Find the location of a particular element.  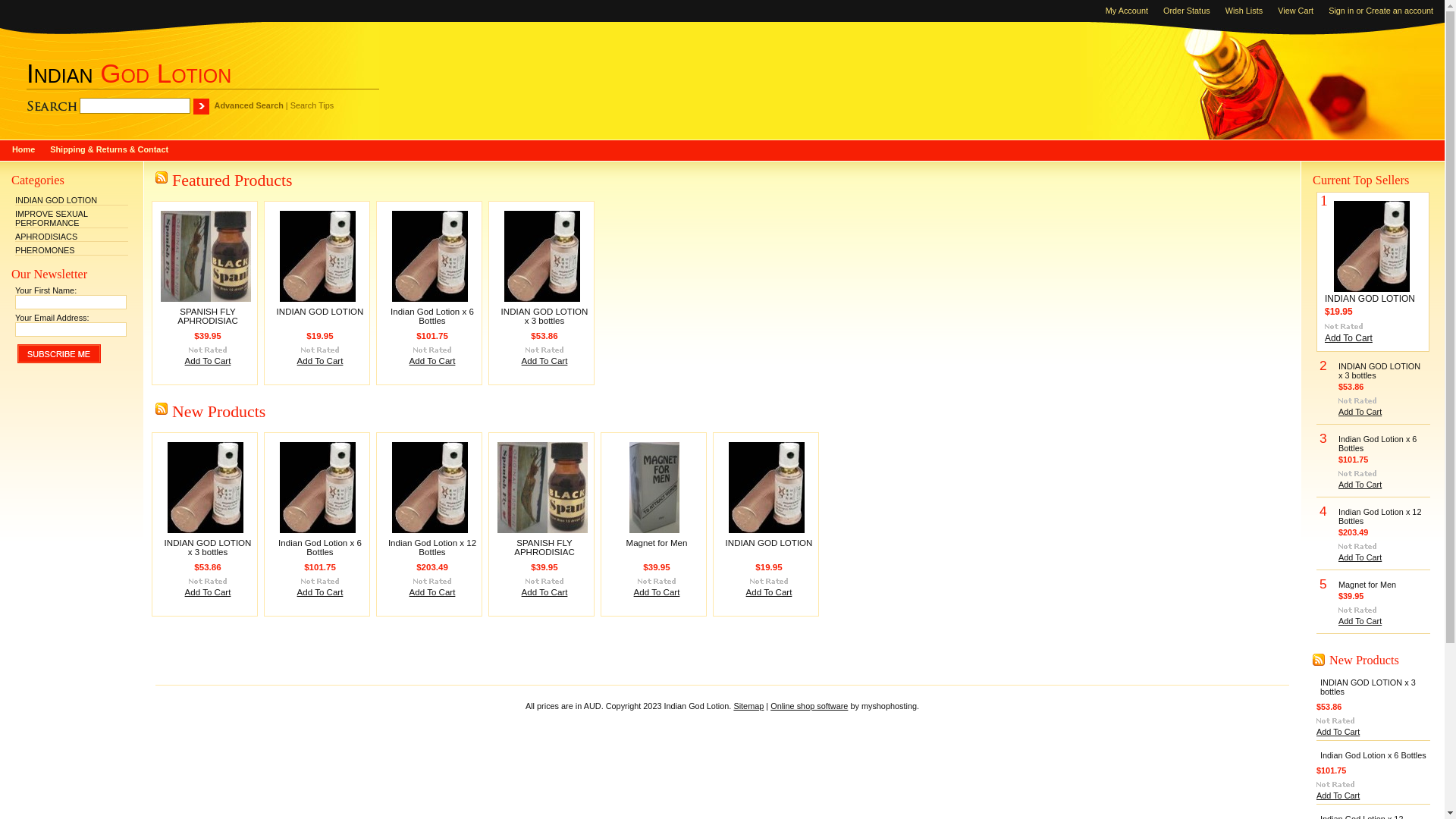

'My Account' is located at coordinates (1090, 11).